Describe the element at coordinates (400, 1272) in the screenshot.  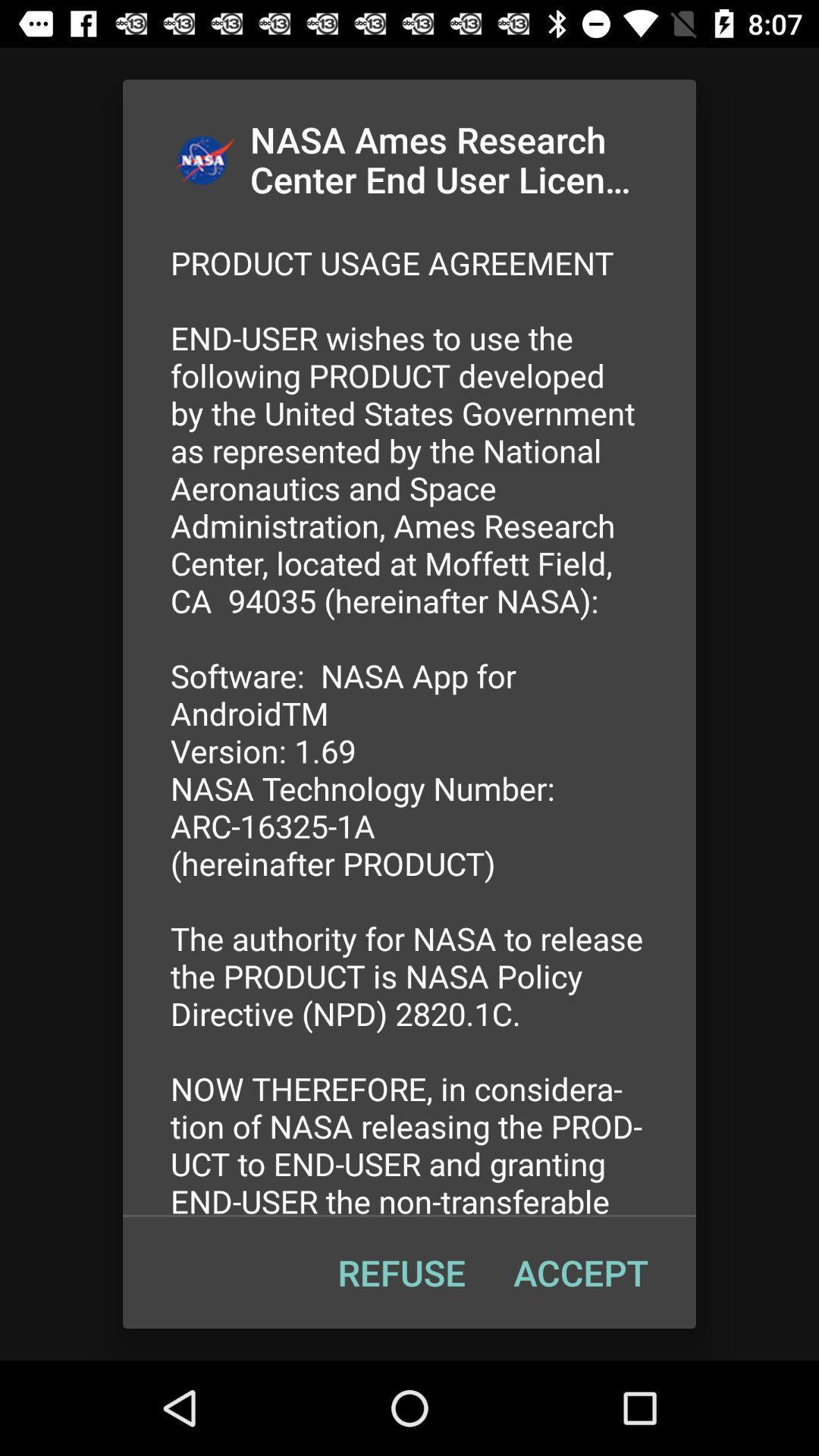
I see `refuse icon` at that location.